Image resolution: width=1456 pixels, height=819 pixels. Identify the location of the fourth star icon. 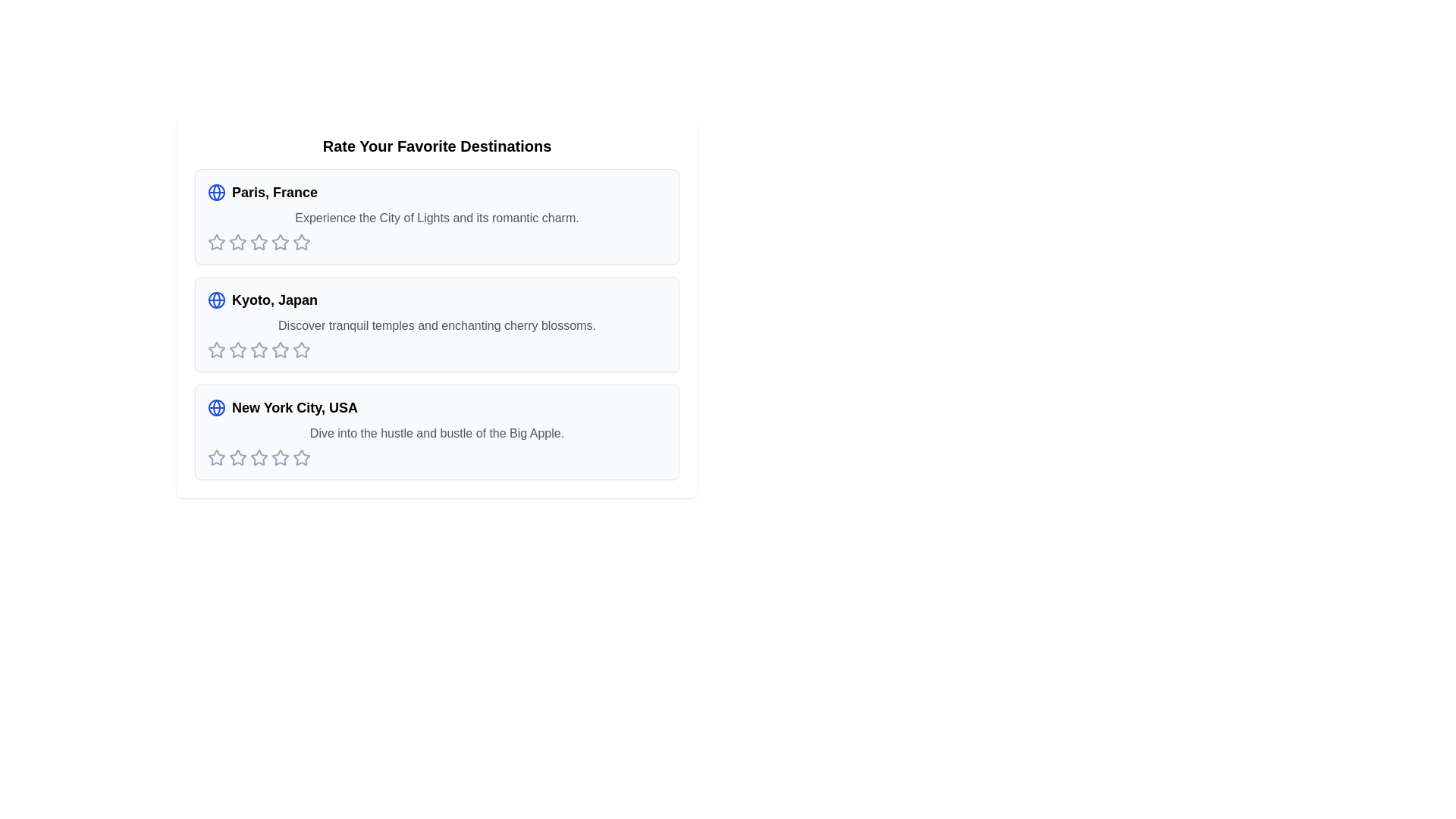
(302, 241).